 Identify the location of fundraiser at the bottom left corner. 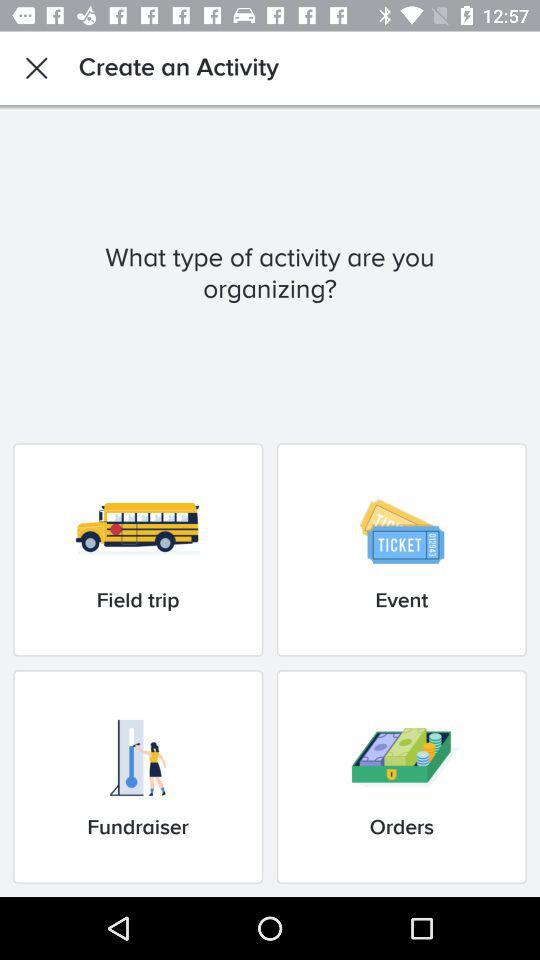
(137, 776).